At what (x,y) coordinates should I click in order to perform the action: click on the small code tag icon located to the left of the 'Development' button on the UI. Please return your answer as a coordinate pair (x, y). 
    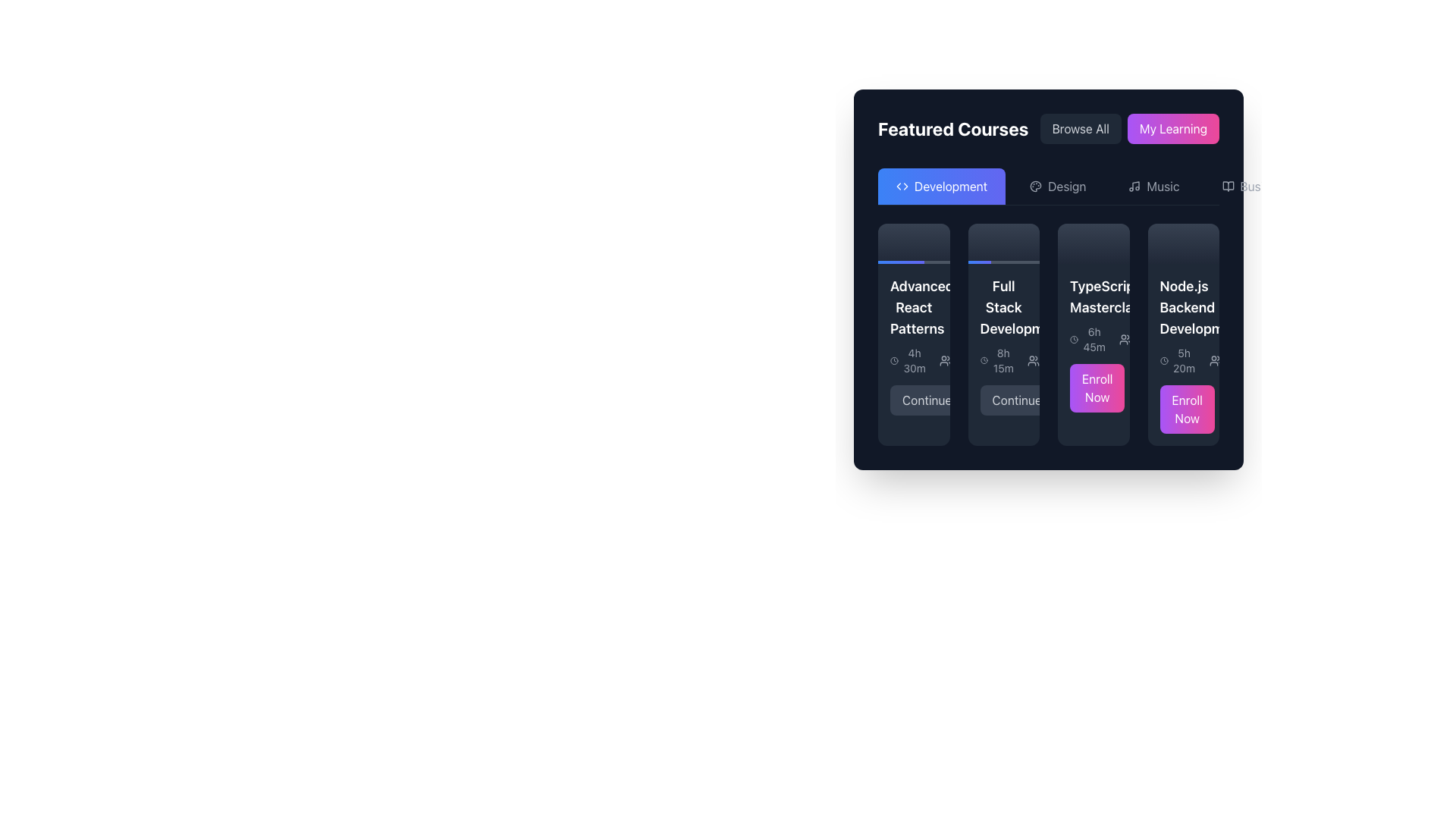
    Looking at the image, I should click on (902, 186).